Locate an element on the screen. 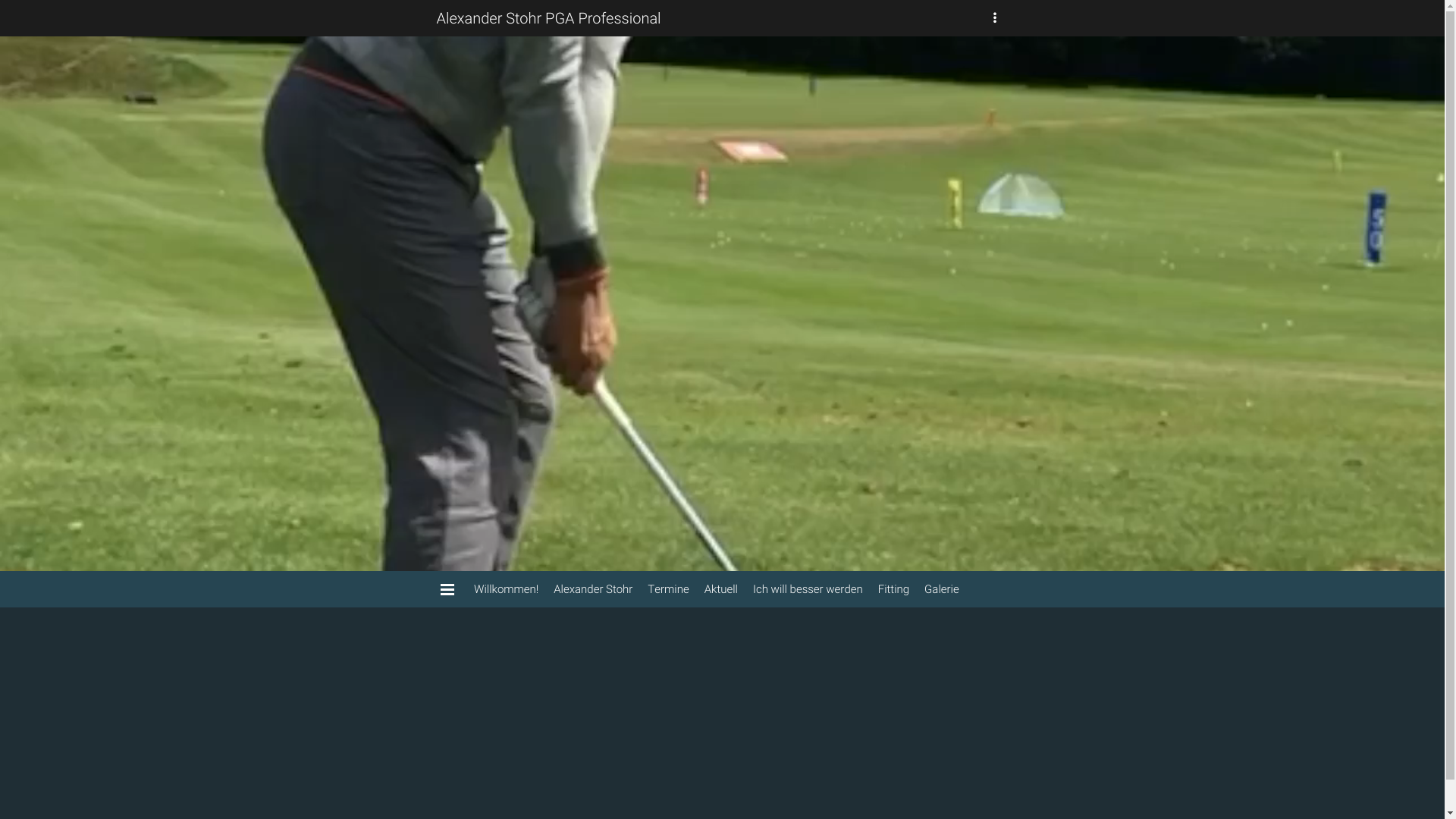 This screenshot has width=1456, height=819. 'Alexander Stohr' is located at coordinates (546, 588).